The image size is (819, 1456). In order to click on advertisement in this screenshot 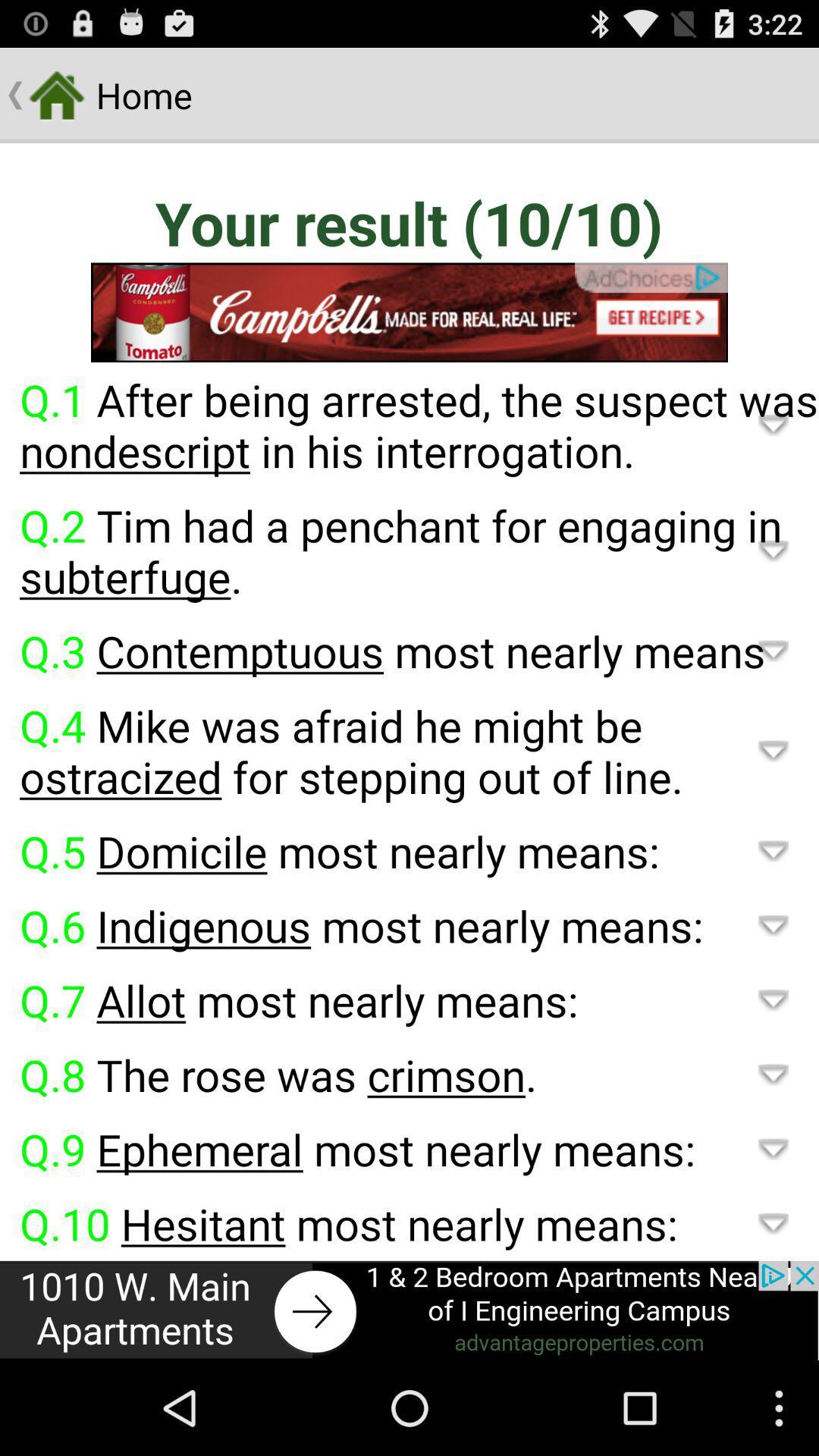, I will do `click(409, 312)`.